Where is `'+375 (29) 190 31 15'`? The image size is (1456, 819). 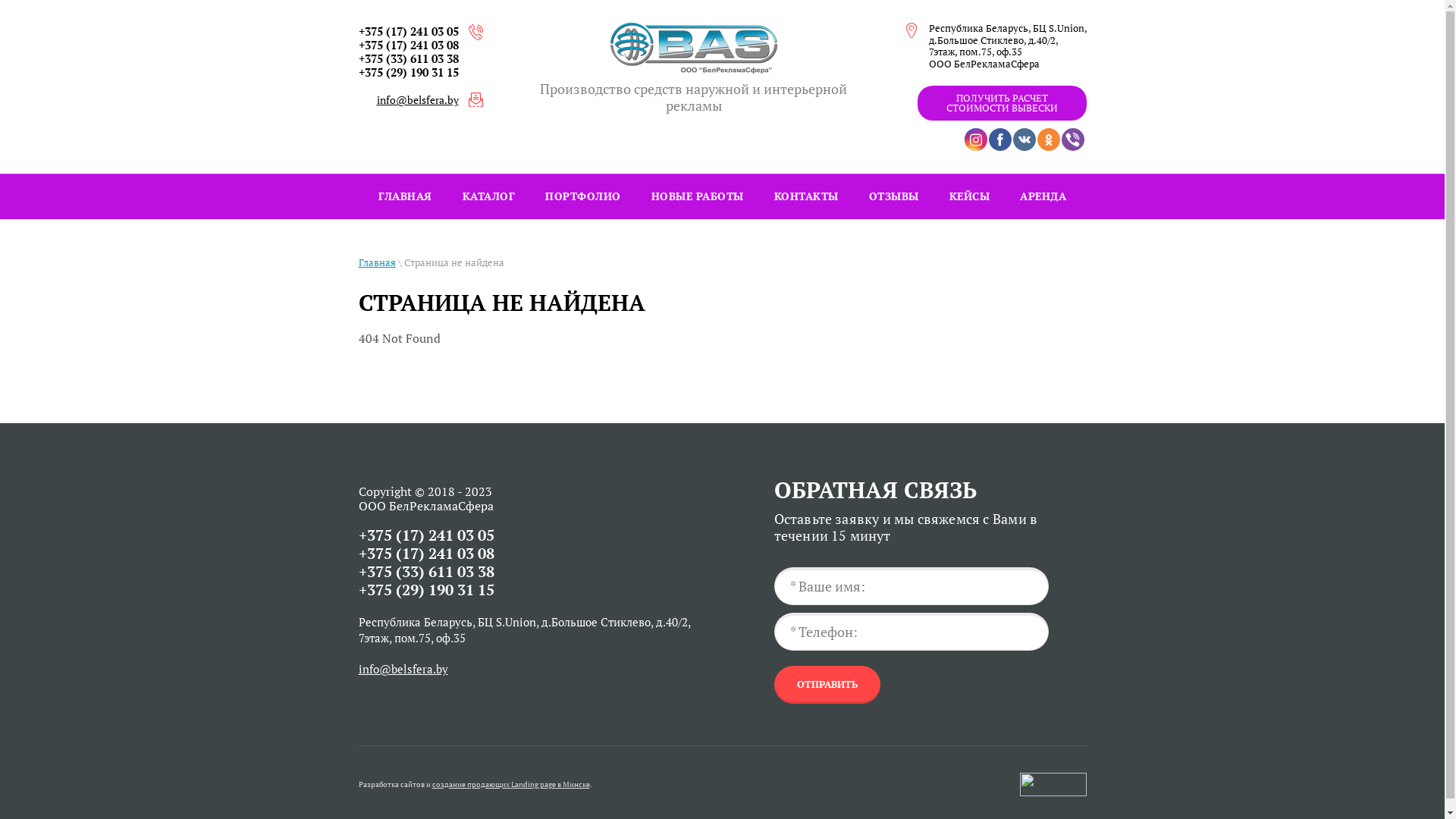 '+375 (29) 190 31 15' is located at coordinates (407, 72).